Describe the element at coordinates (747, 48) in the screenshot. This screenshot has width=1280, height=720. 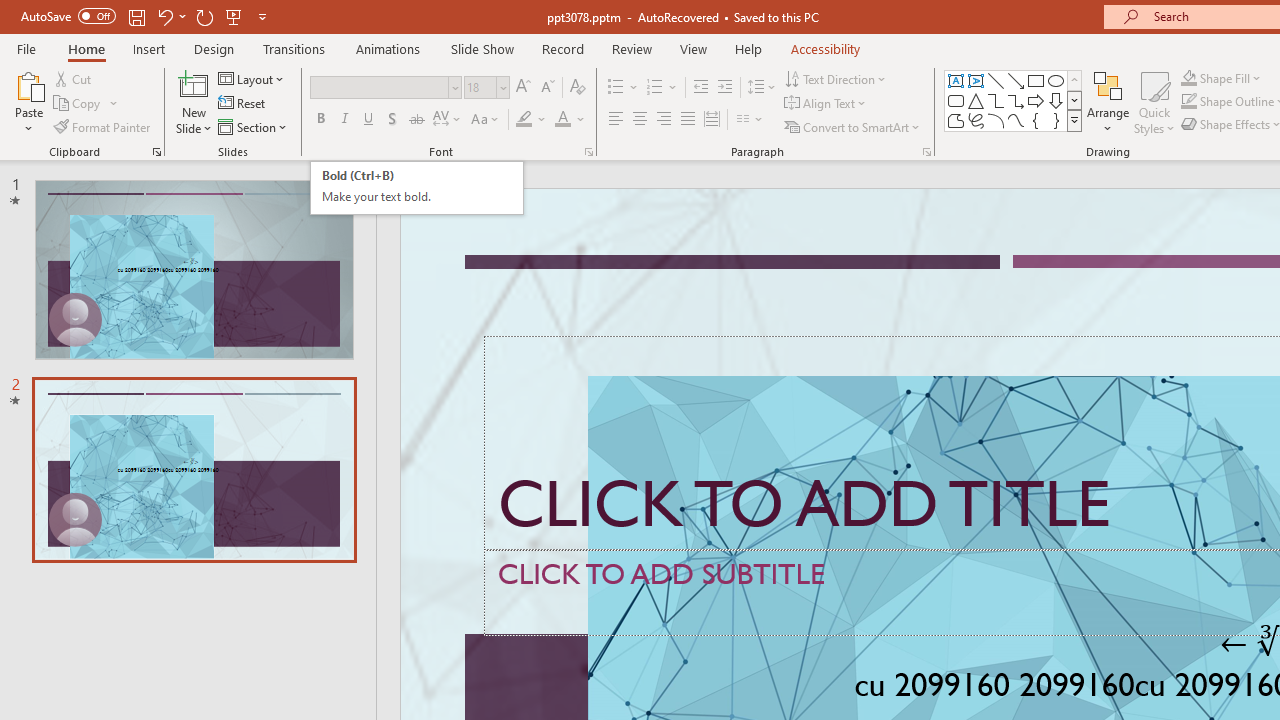
I see `'Help'` at that location.